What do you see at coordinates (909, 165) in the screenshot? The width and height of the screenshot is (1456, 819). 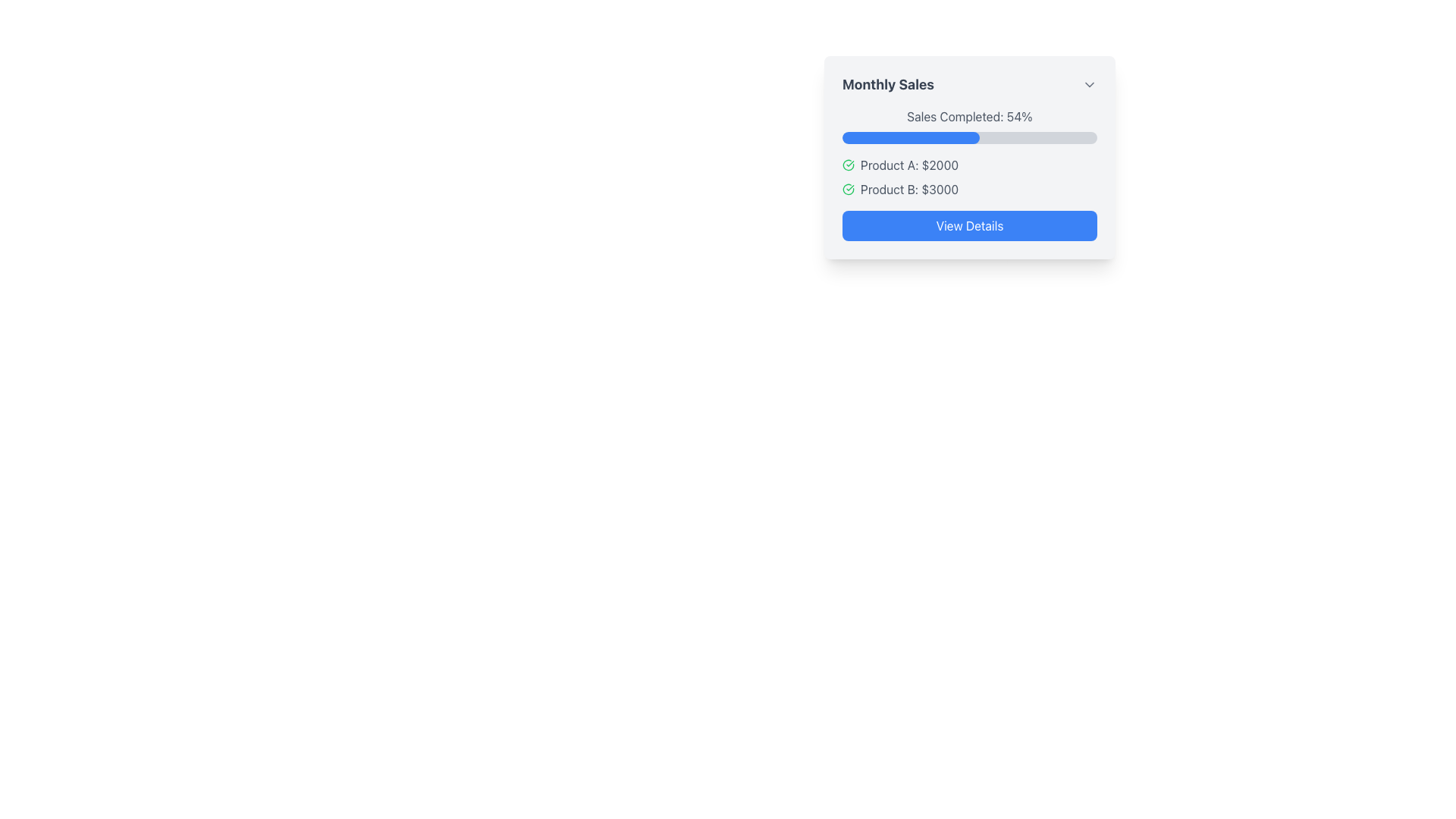 I see `the text label displaying 'Product A: $2000' located in the second row of the product list under the 'Monthly Sales' section, positioned to the right of a green check icon` at bounding box center [909, 165].